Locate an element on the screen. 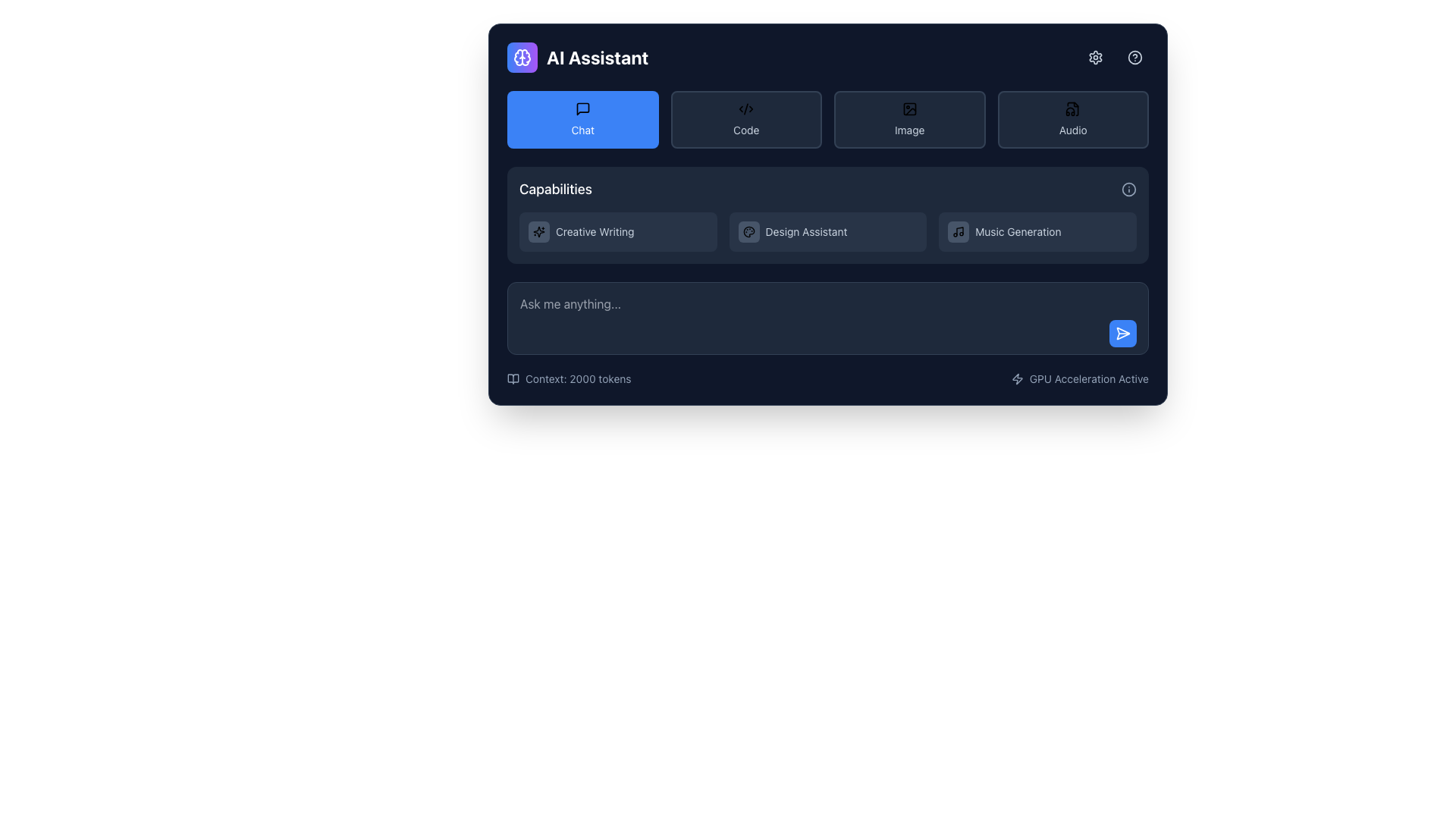  the settings icon located in the top-right section of the interface is located at coordinates (1095, 57).